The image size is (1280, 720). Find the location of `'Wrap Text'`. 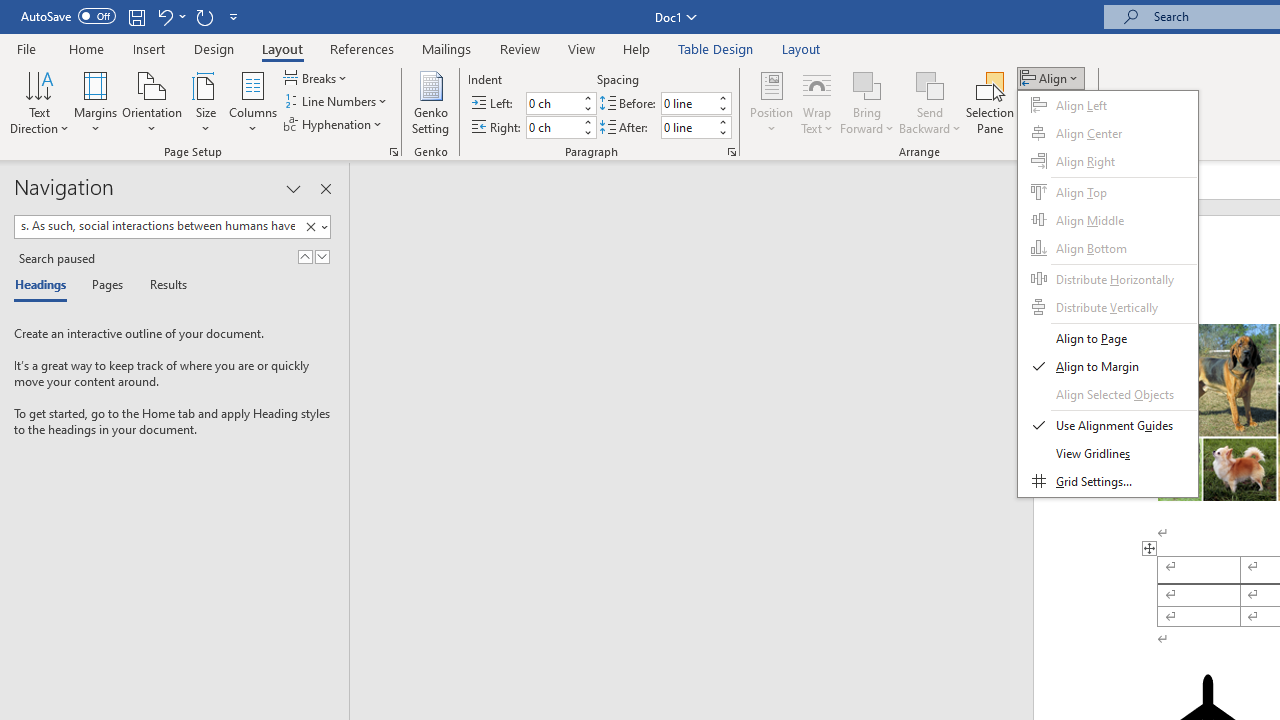

'Wrap Text' is located at coordinates (817, 103).